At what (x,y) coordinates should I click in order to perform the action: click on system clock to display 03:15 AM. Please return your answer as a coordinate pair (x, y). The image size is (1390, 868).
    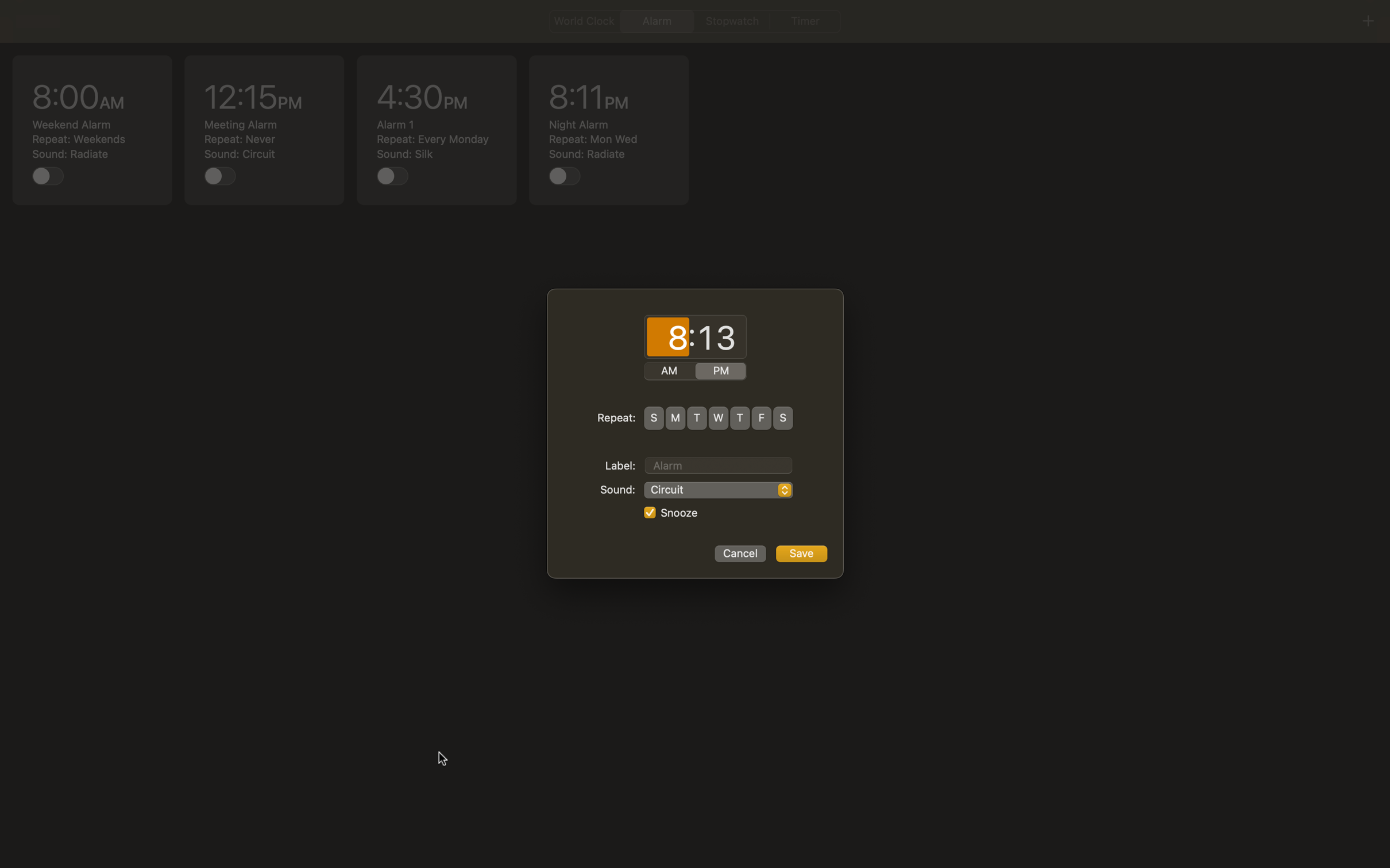
    Looking at the image, I should click on (667, 338).